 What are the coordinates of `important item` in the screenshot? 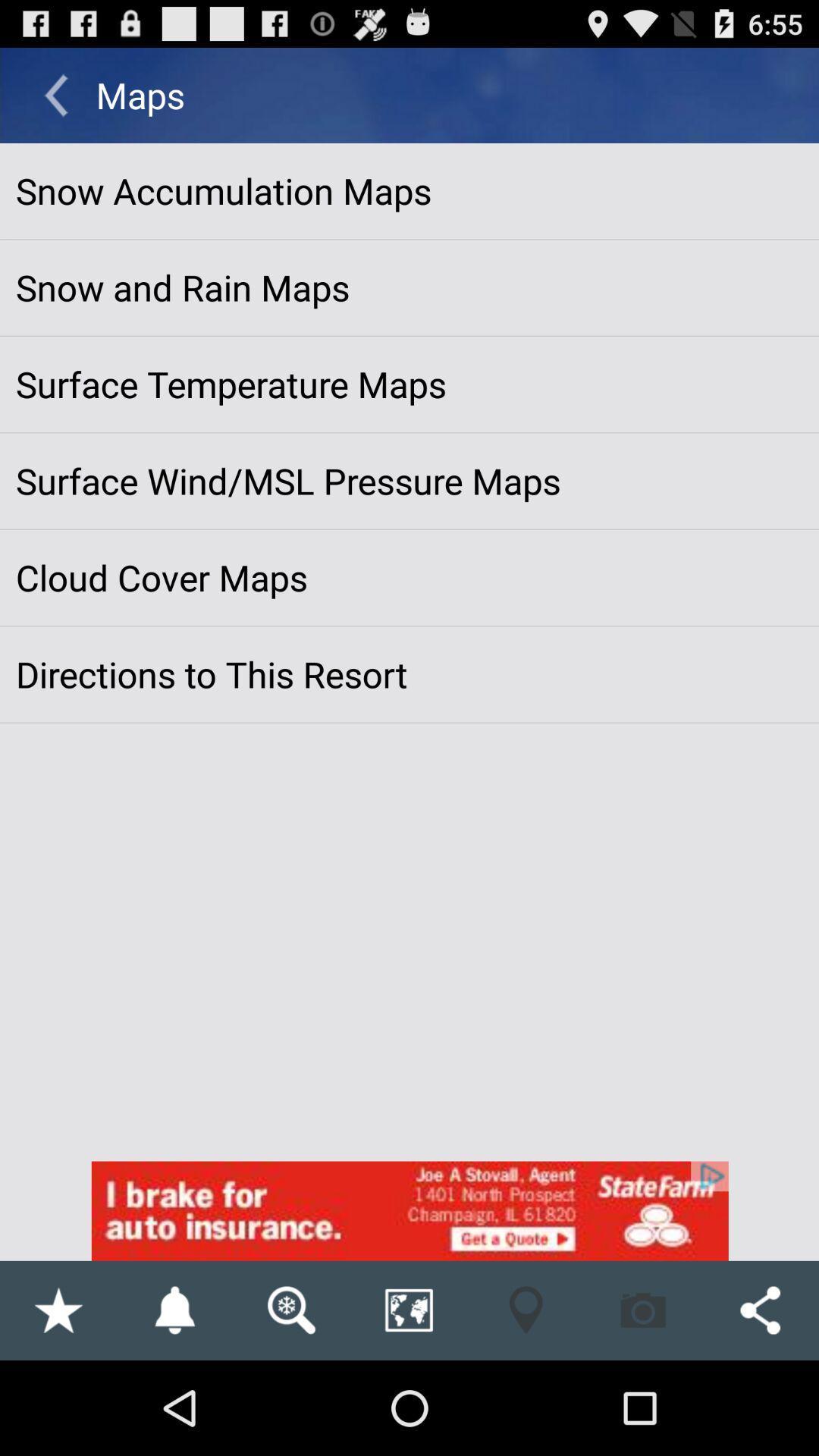 It's located at (57, 1310).